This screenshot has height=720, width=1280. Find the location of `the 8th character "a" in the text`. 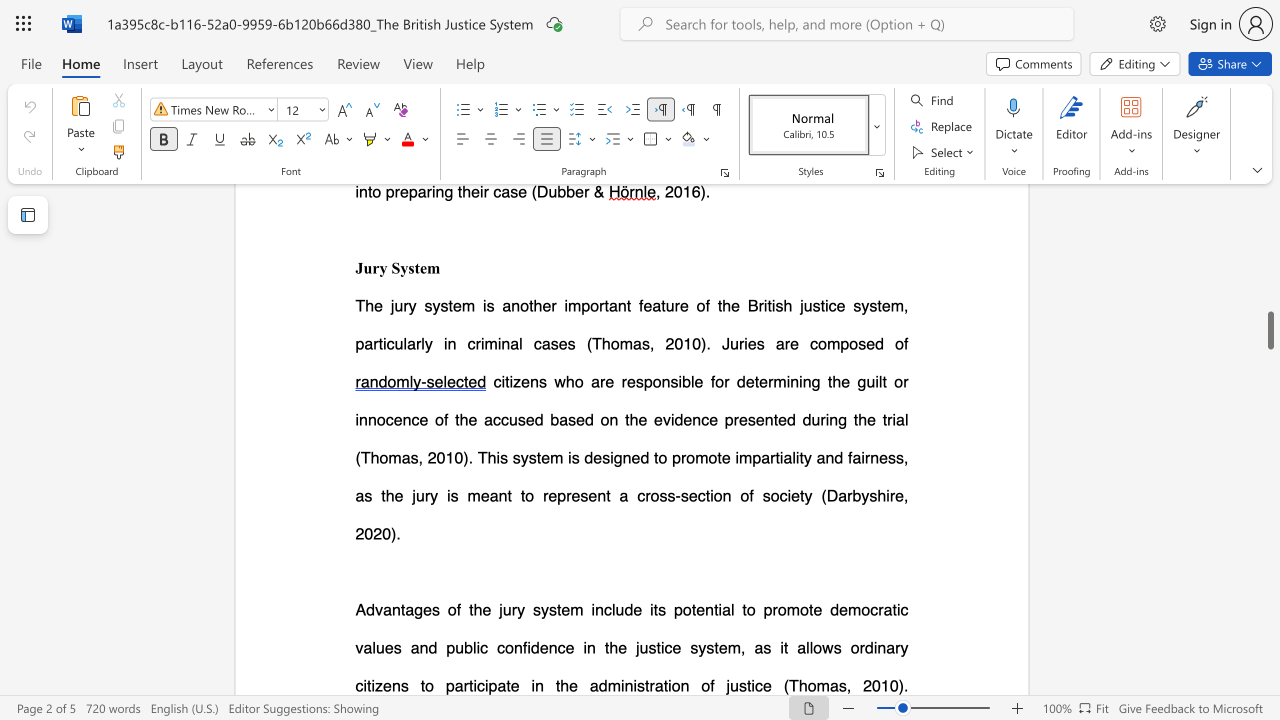

the 8th character "a" in the text is located at coordinates (801, 647).